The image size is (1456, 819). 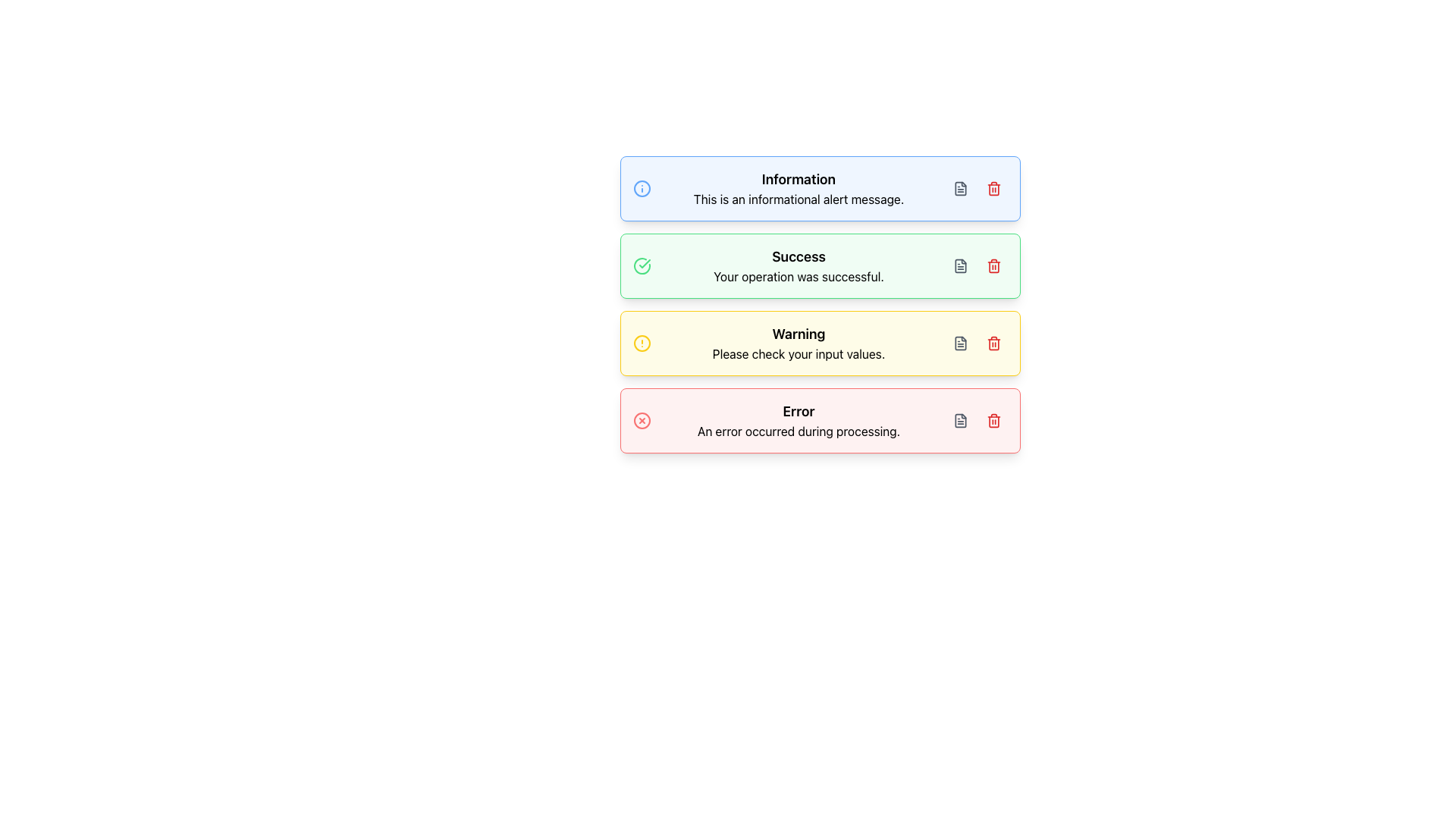 What do you see at coordinates (959, 343) in the screenshot?
I see `the Icon Button located inside the third warning alert box` at bounding box center [959, 343].